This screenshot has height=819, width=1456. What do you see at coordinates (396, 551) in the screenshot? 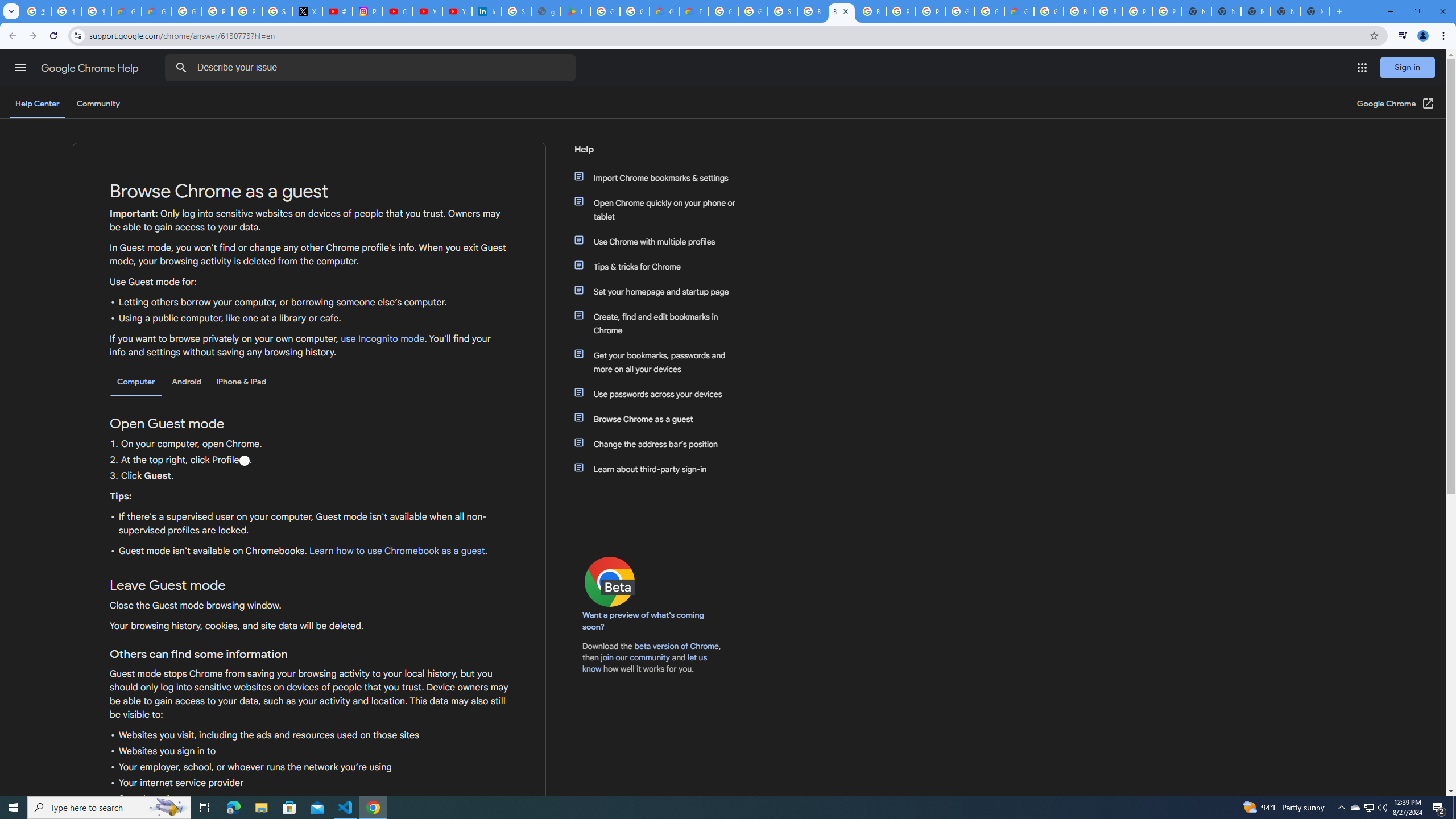
I see `'Learn how to use Chromebook as a guest'` at bounding box center [396, 551].